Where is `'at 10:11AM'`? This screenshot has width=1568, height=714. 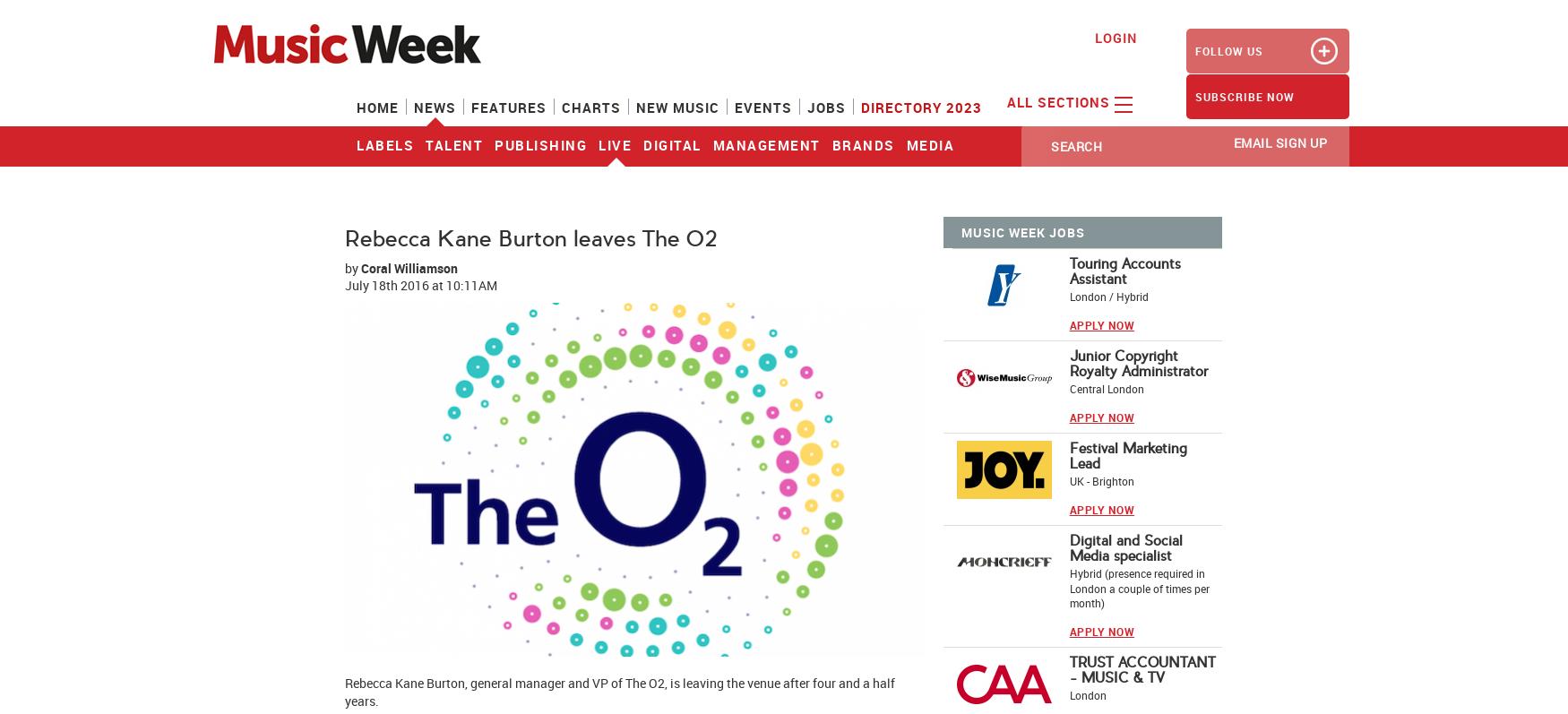
'at 10:11AM' is located at coordinates (463, 284).